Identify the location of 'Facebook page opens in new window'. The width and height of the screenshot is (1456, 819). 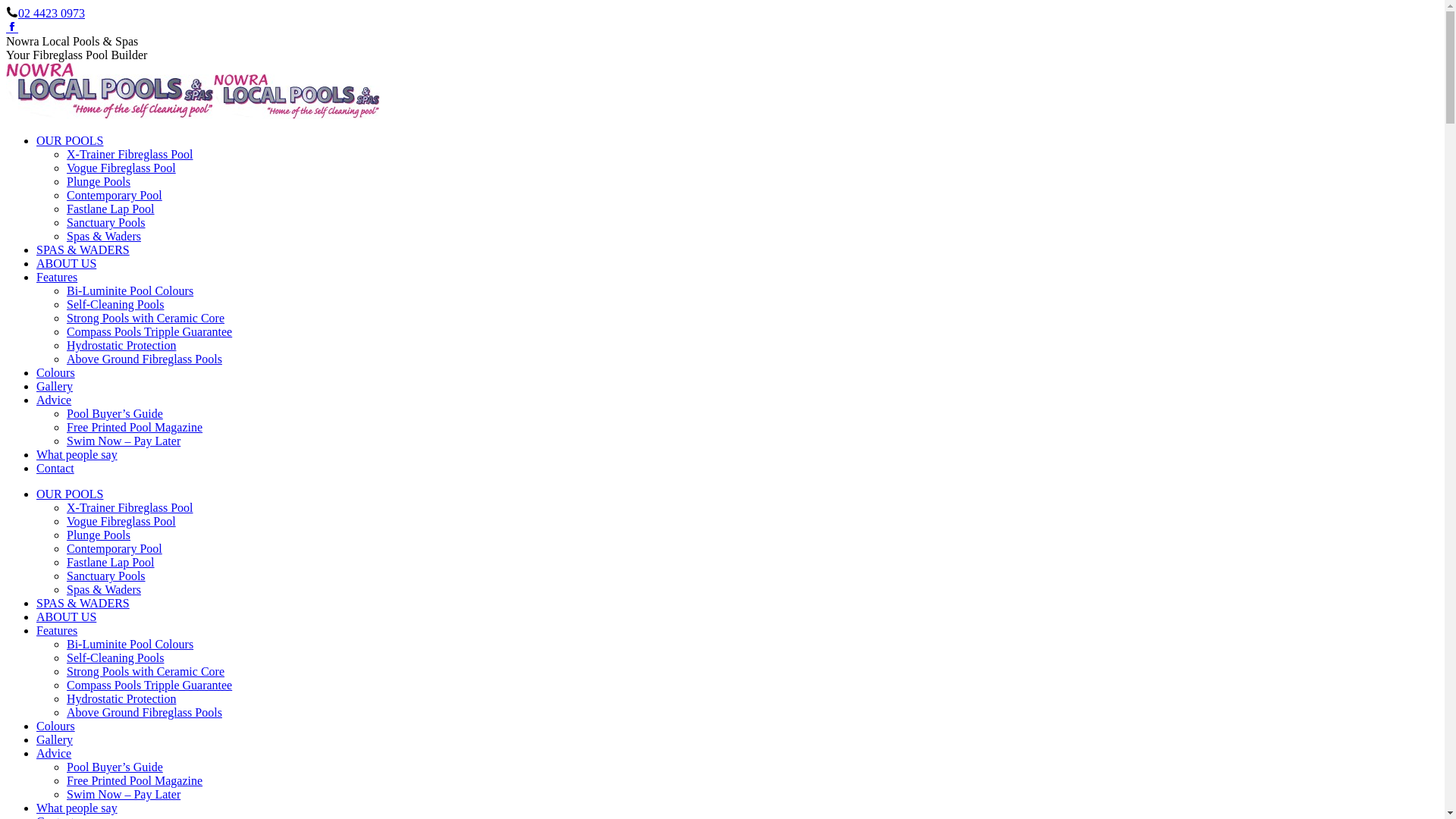
(6, 27).